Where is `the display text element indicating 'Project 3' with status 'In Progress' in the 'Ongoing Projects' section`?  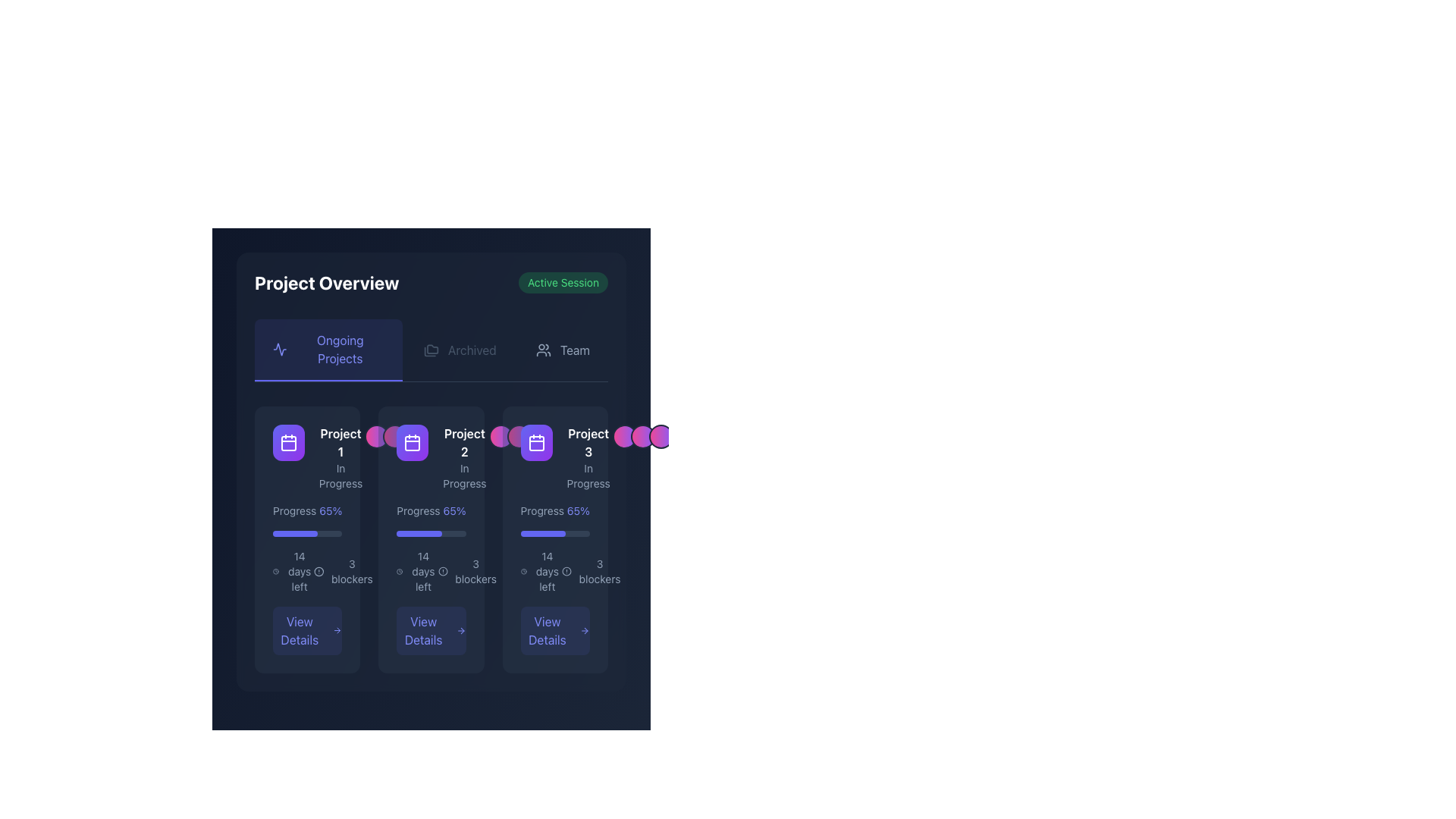
the display text element indicating 'Project 3' with status 'In Progress' in the 'Ongoing Projects' section is located at coordinates (588, 457).